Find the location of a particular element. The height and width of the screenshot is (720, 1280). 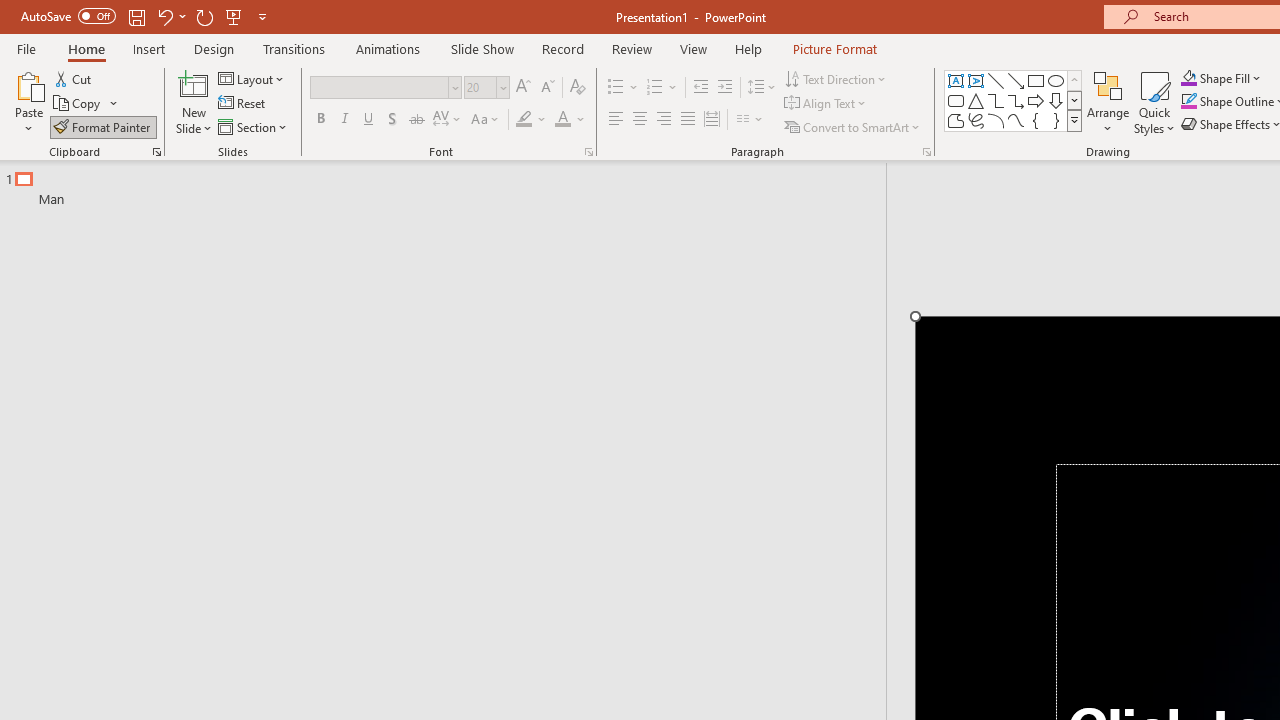

'Text Highlight Color' is located at coordinates (531, 119).